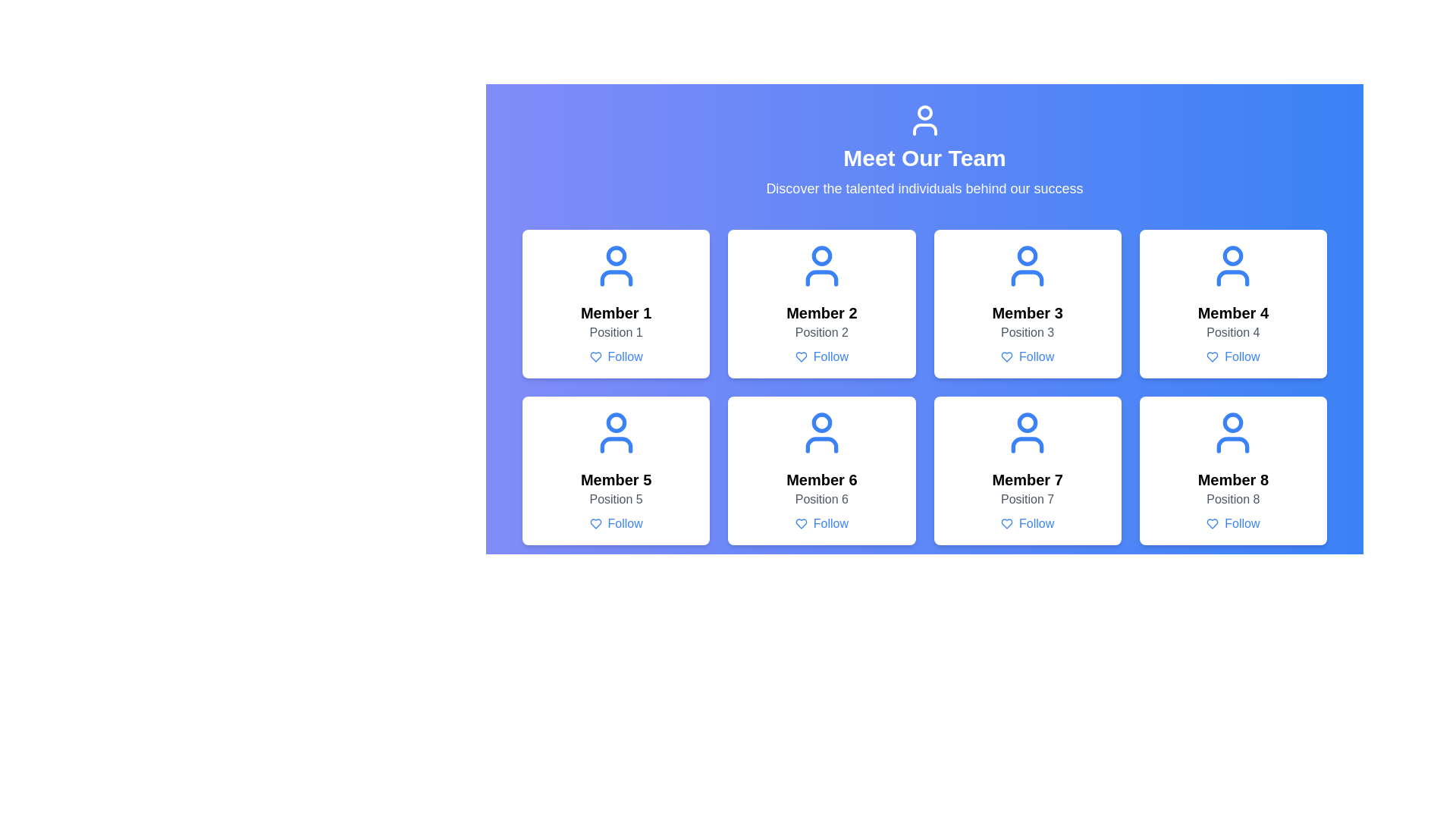  Describe the element at coordinates (1007, 522) in the screenshot. I see `the heart-shaped icon with a thin outline located within the 'Follow' button for 'Member 7'` at that location.